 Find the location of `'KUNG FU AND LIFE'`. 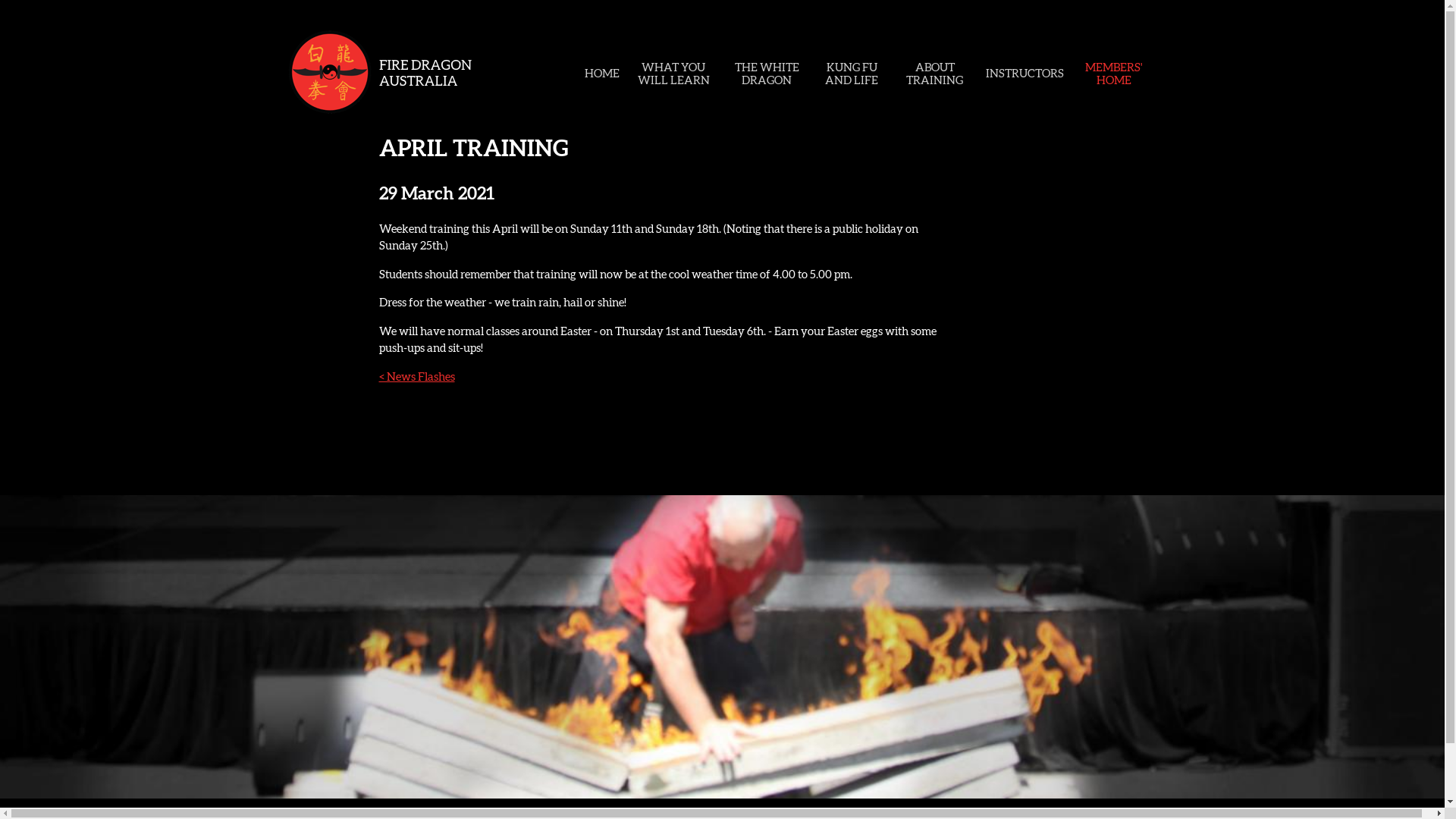

'KUNG FU AND LIFE' is located at coordinates (852, 73).